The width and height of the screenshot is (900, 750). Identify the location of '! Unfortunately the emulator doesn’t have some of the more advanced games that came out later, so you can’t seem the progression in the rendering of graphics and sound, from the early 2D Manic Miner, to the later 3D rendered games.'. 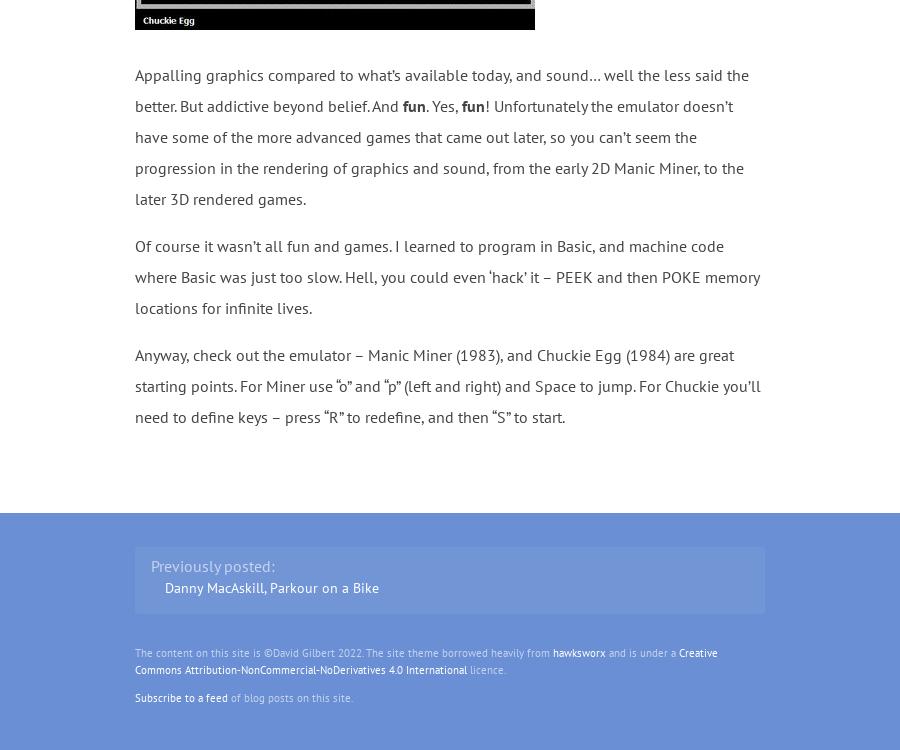
(439, 152).